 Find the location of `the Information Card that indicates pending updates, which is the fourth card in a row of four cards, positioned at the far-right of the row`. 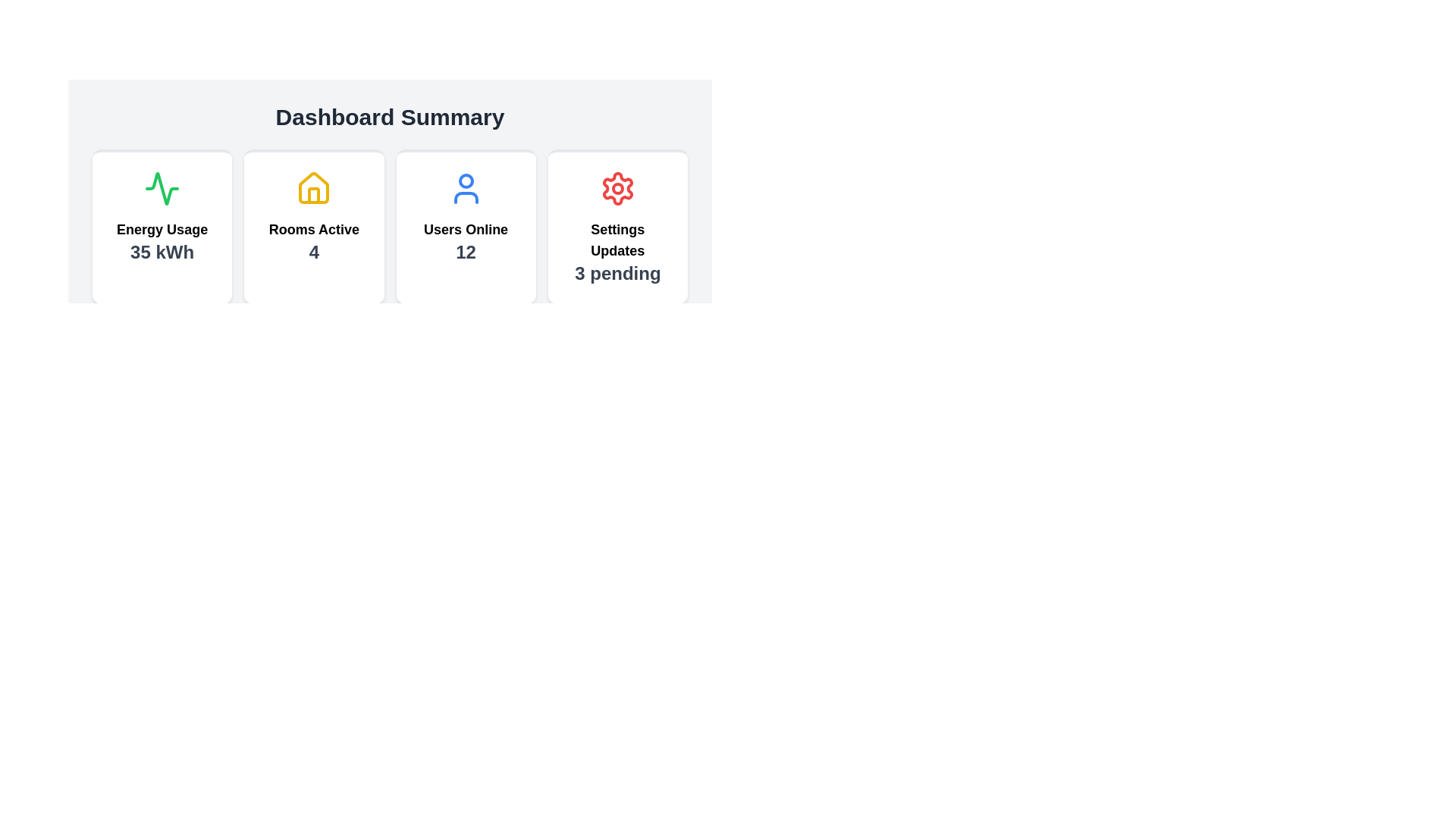

the Information Card that indicates pending updates, which is the fourth card in a row of four cards, positioned at the far-right of the row is located at coordinates (617, 227).